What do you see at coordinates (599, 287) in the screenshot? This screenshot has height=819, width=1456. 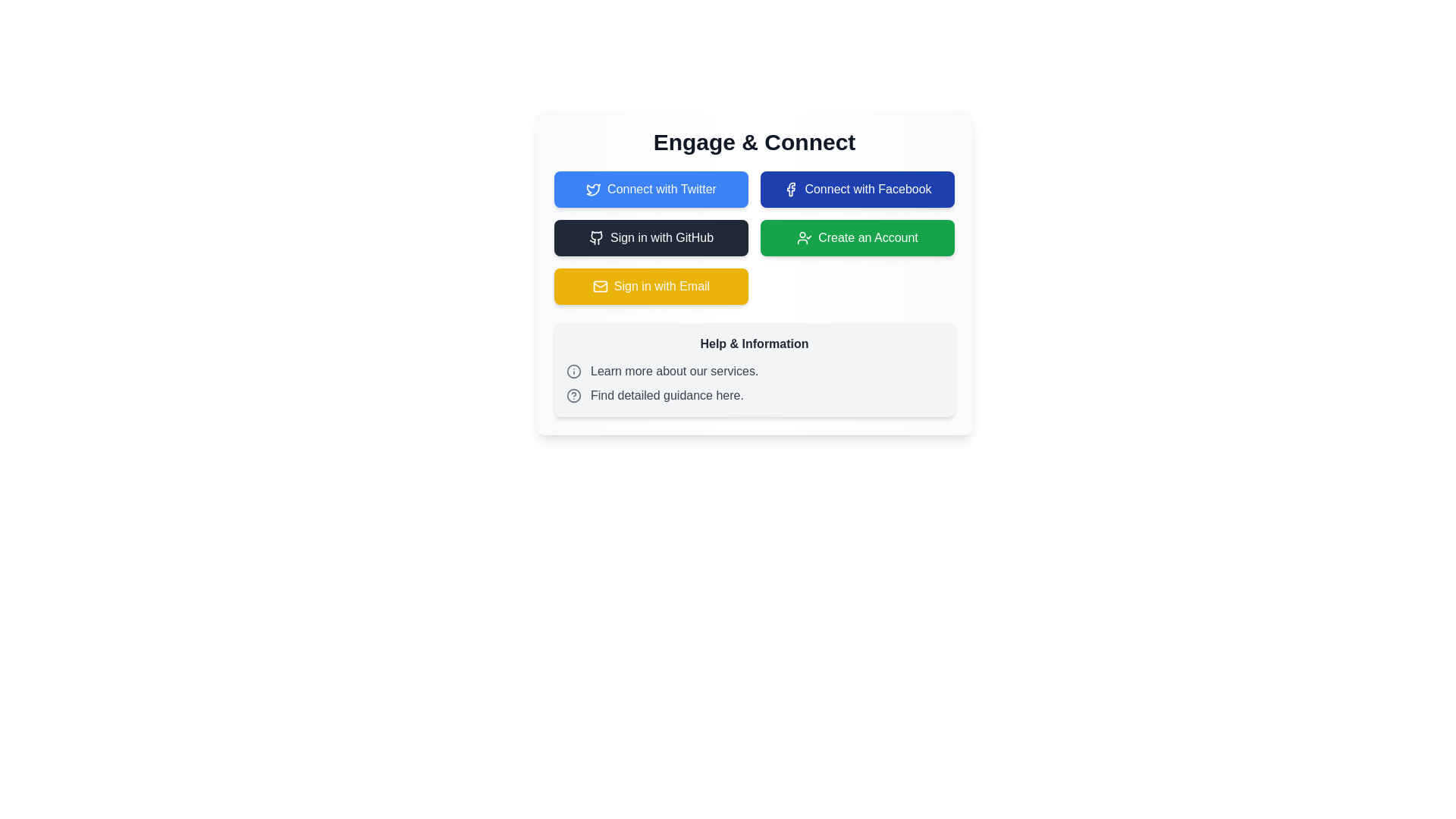 I see `the visual content associated with the decorative yellow rounded rectangle shape inside the envelope icon` at bounding box center [599, 287].